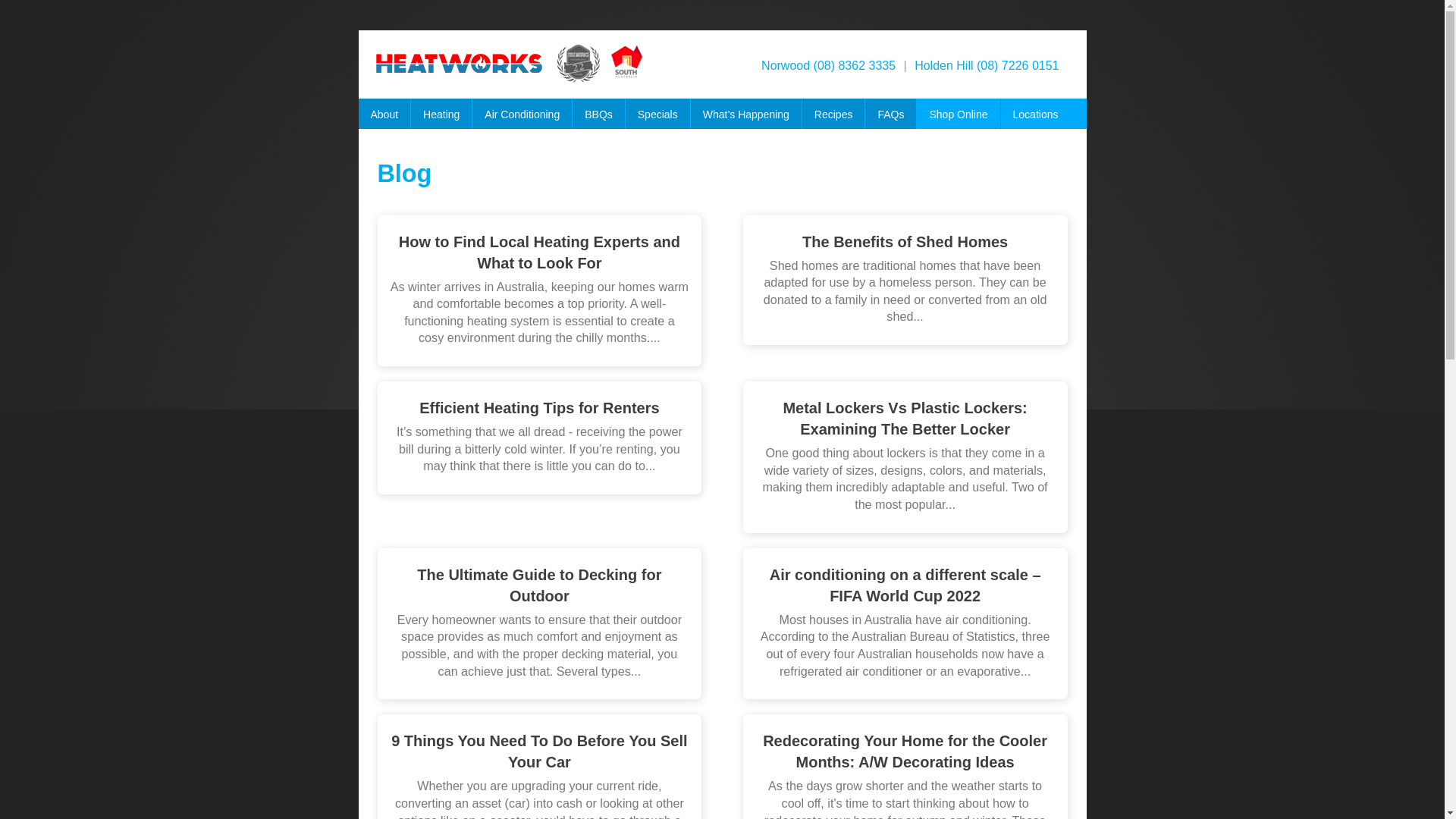  Describe the element at coordinates (891, 117) in the screenshot. I see `'FAQs'` at that location.